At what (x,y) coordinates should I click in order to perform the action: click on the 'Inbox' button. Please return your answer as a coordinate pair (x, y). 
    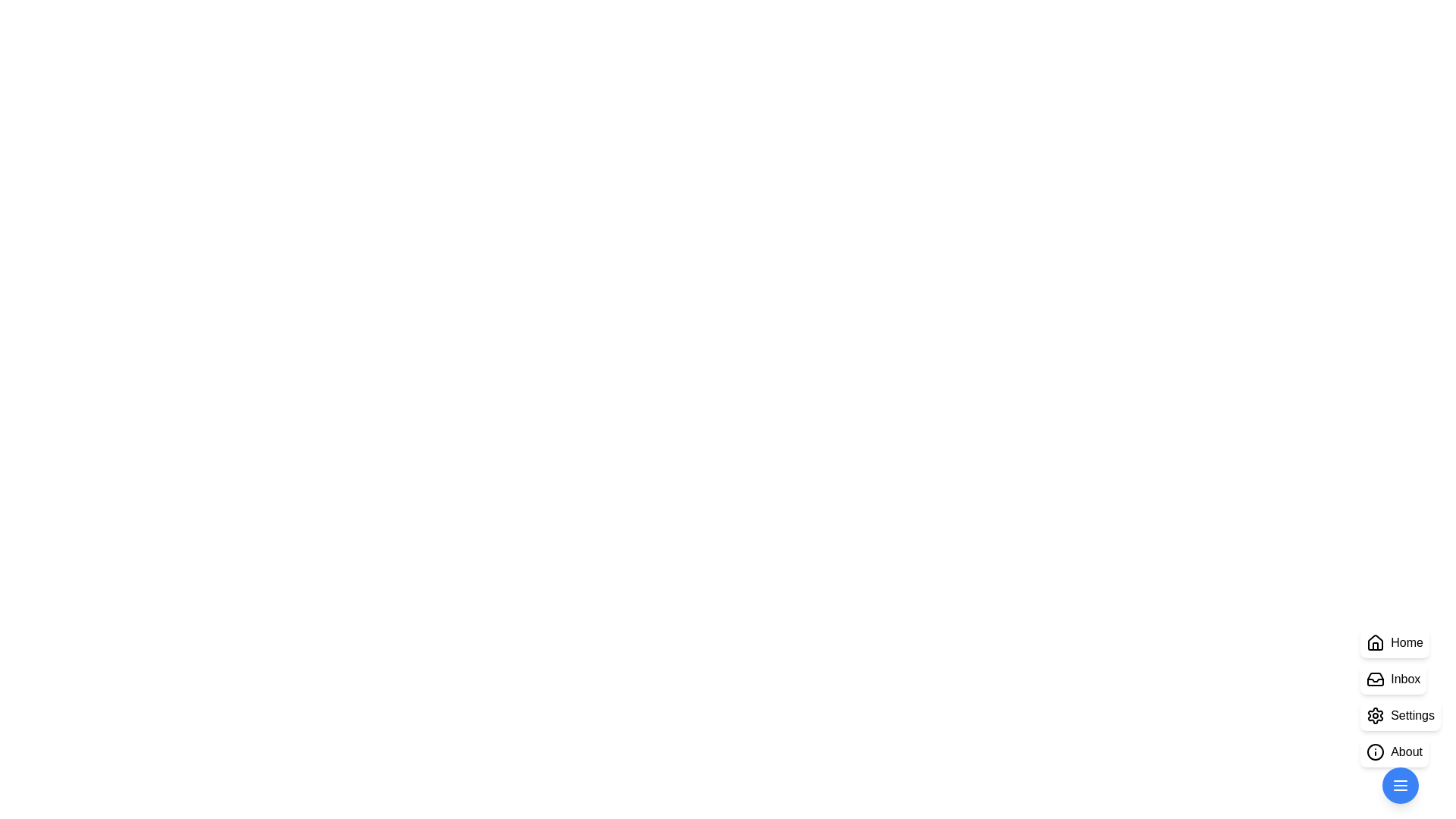
    Looking at the image, I should click on (1393, 678).